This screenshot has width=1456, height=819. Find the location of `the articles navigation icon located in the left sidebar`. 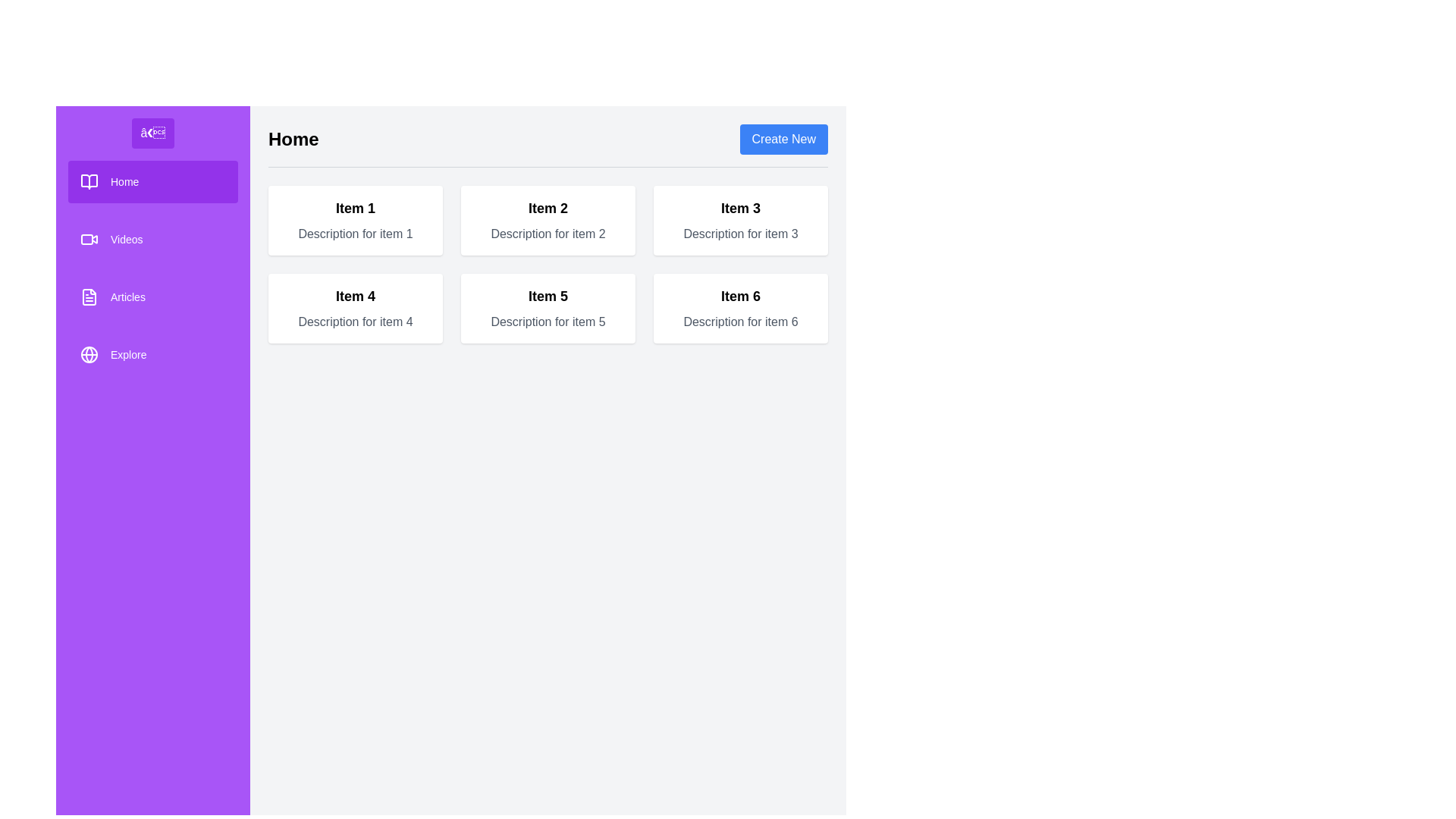

the articles navigation icon located in the left sidebar is located at coordinates (89, 297).